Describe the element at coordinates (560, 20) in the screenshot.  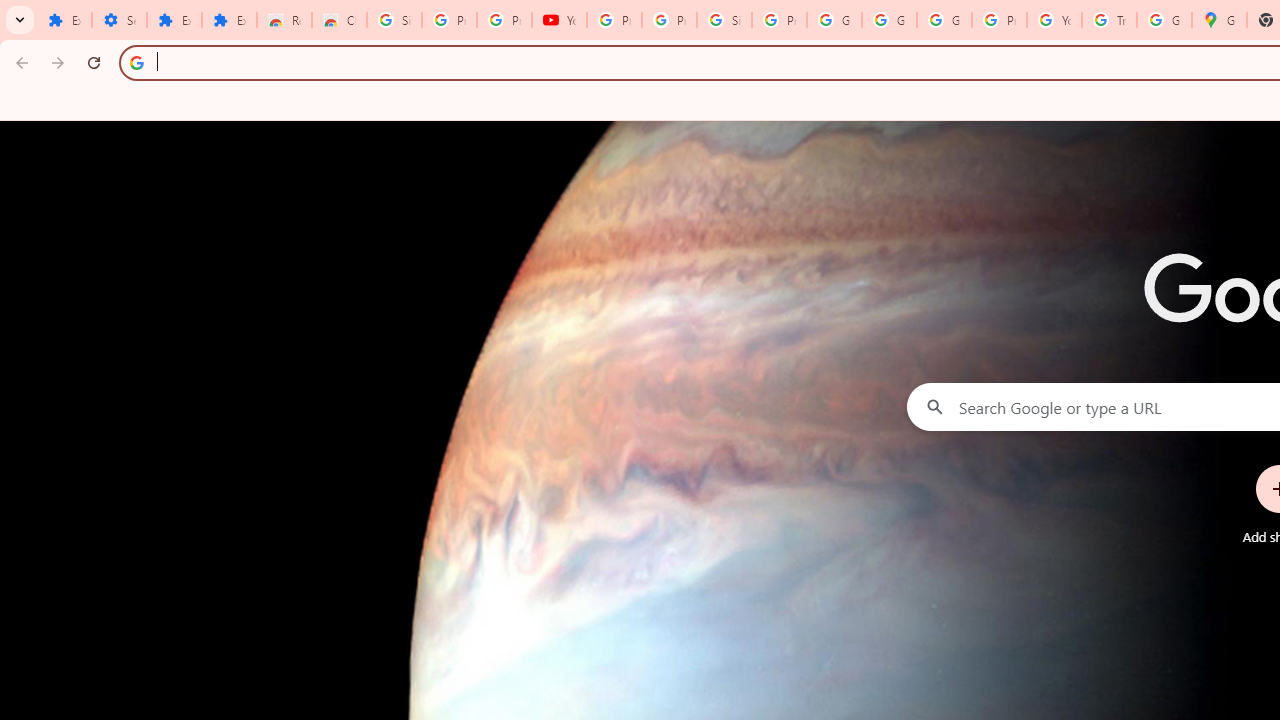
I see `'YouTube'` at that location.